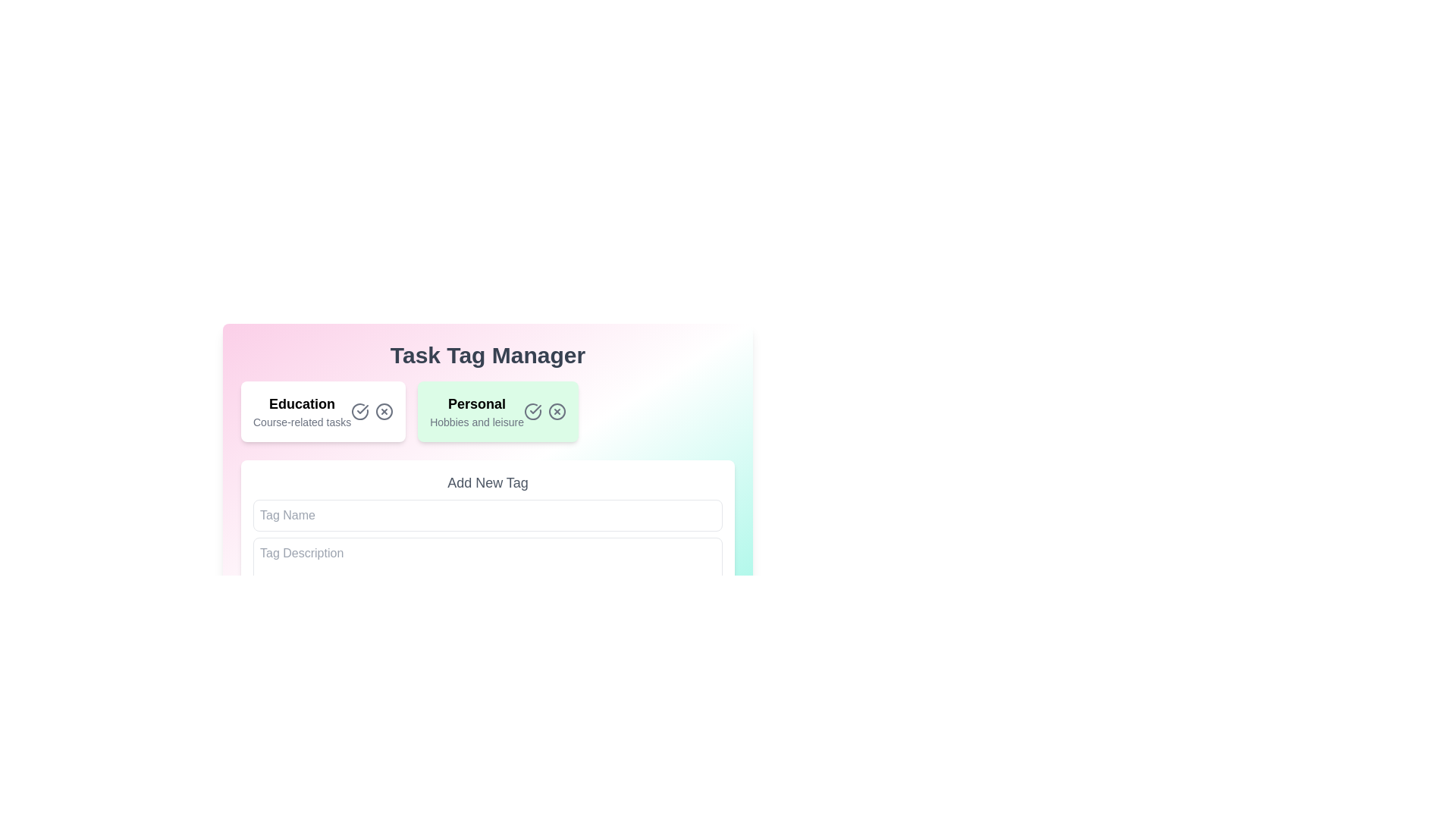  I want to click on the circular delete/remove icon with a cross at its center, located to the right of the 'Personal' tag block with a green background, so click(384, 412).